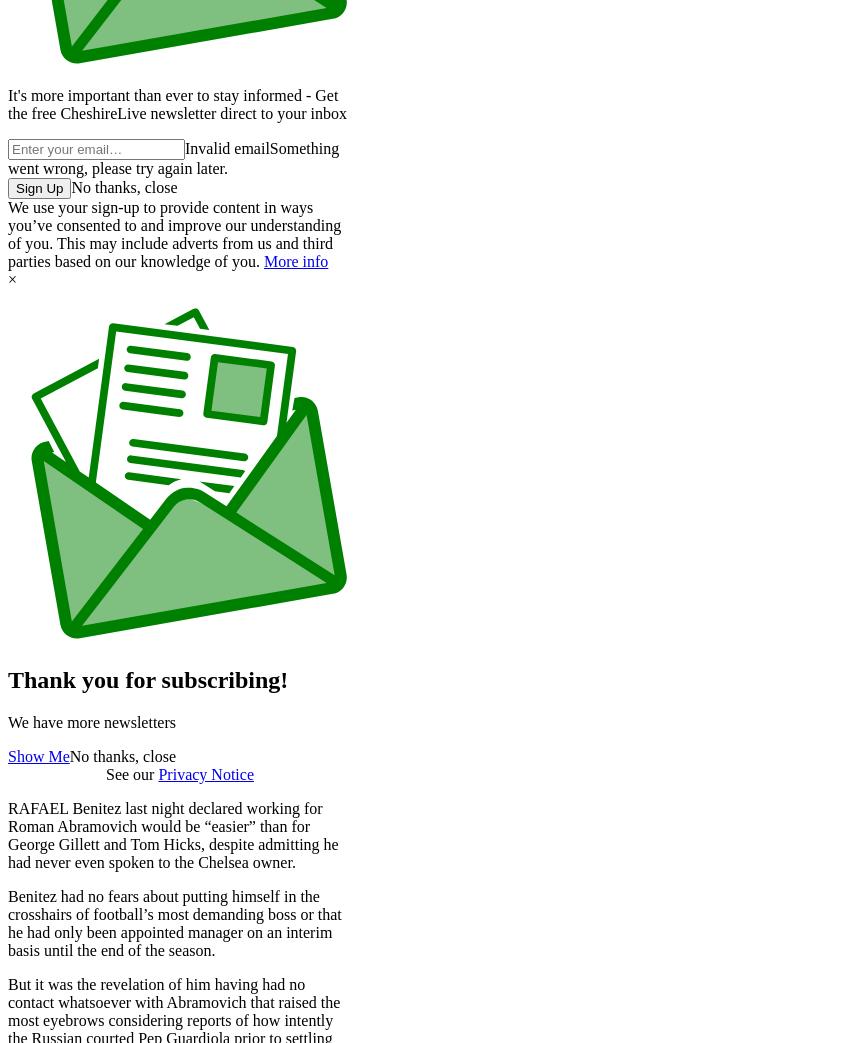  What do you see at coordinates (174, 234) in the screenshot?
I see `'We use your sign-up to provide content in ways you’ve consented to and improve our understanding of you. This may include adverts from us and third parties based on our knowledge of you.'` at bounding box center [174, 234].